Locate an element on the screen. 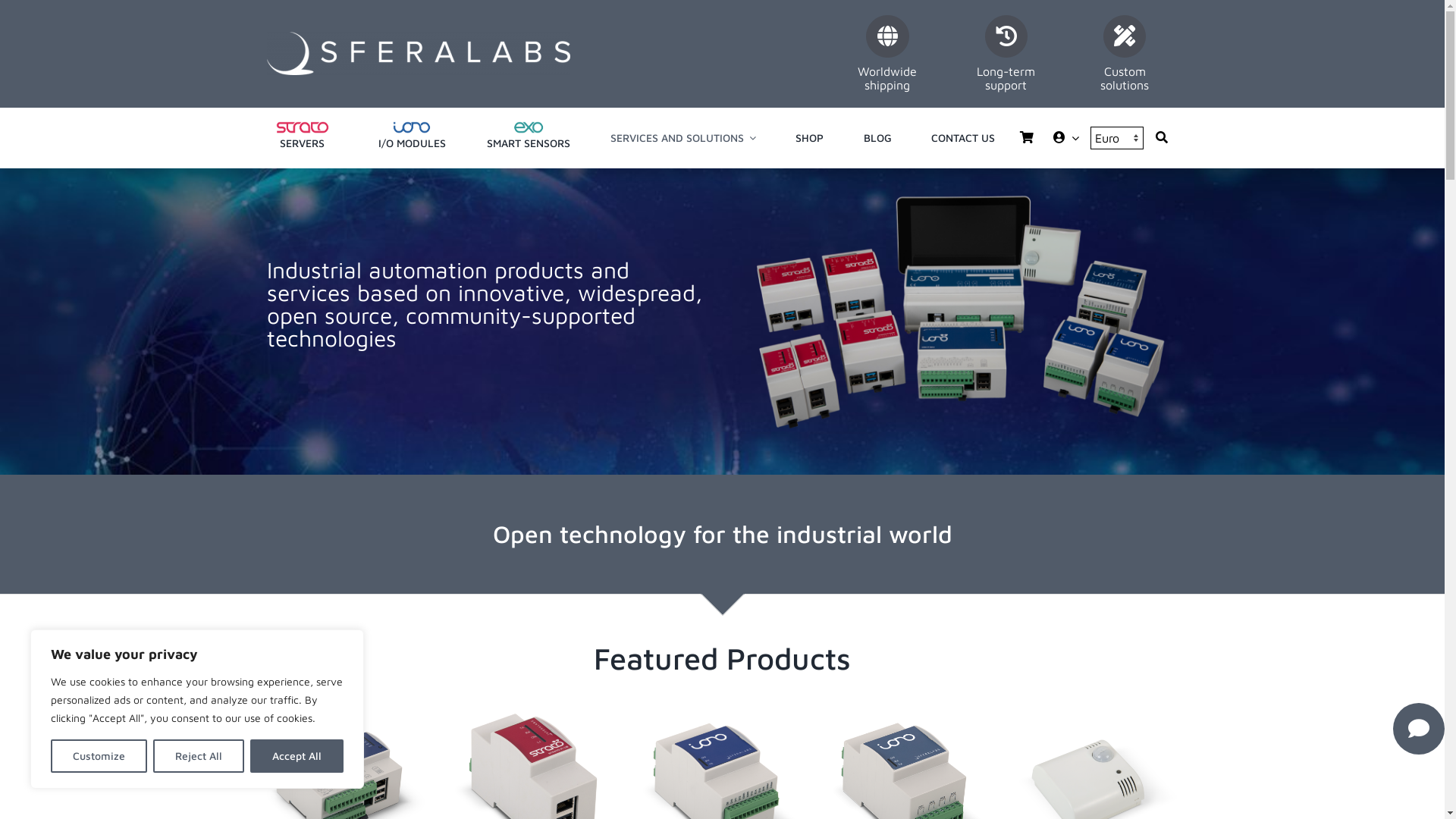 Image resolution: width=1456 pixels, height=819 pixels. 'Accept All' is located at coordinates (250, 755).